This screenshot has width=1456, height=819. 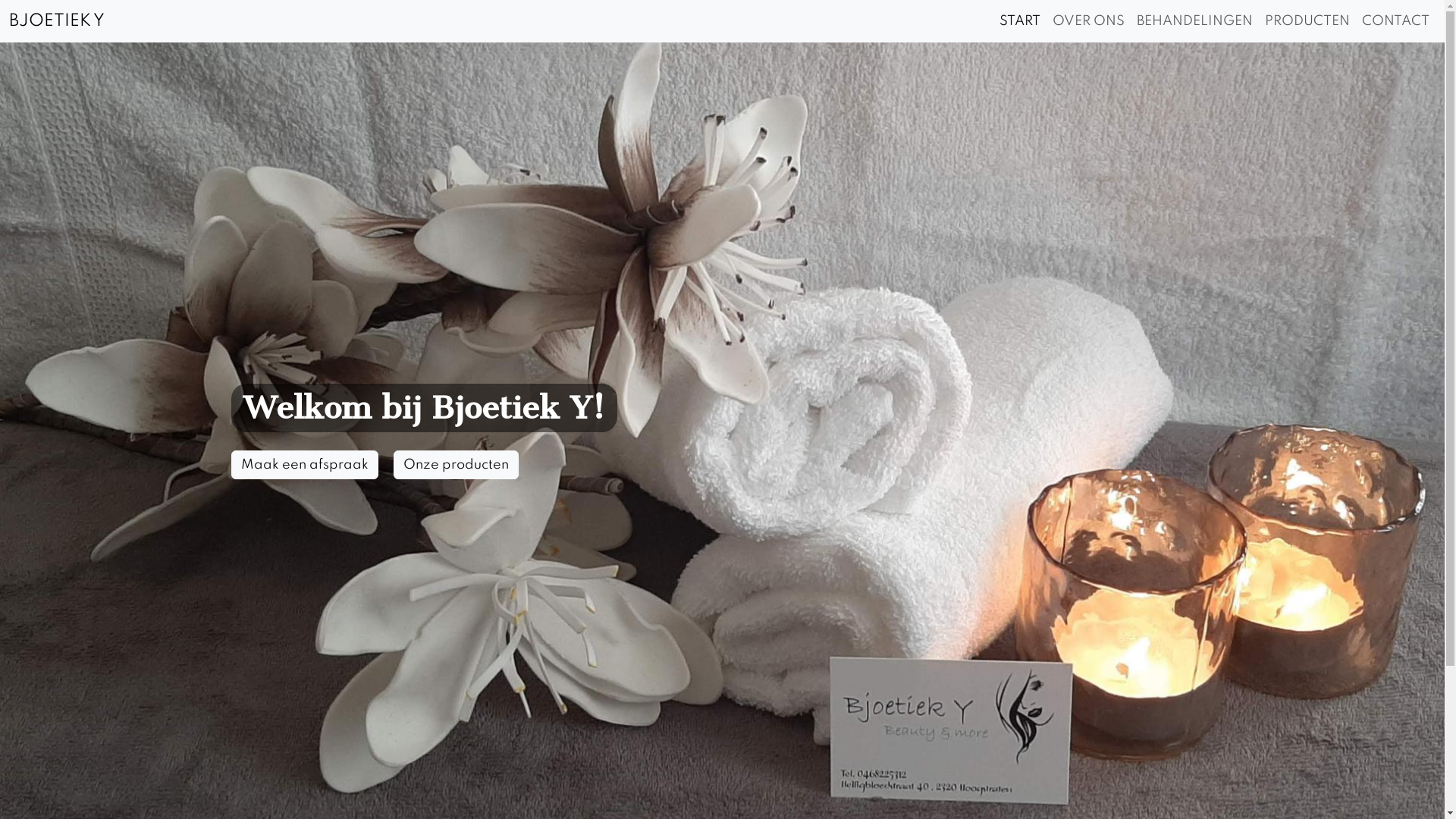 What do you see at coordinates (1046, 20) in the screenshot?
I see `'OVER ONS'` at bounding box center [1046, 20].